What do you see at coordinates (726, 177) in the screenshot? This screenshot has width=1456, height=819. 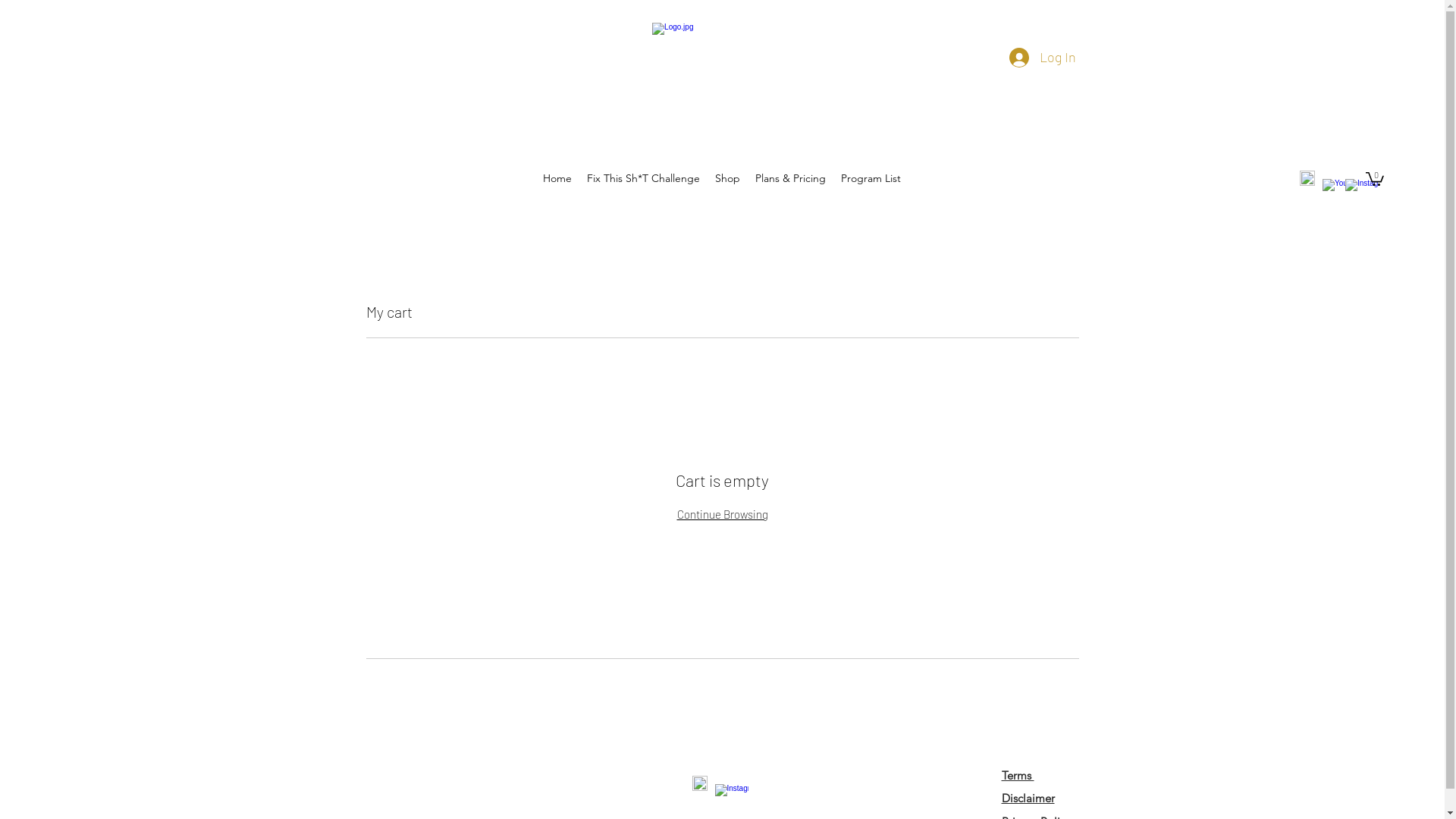 I see `'Shop'` at bounding box center [726, 177].